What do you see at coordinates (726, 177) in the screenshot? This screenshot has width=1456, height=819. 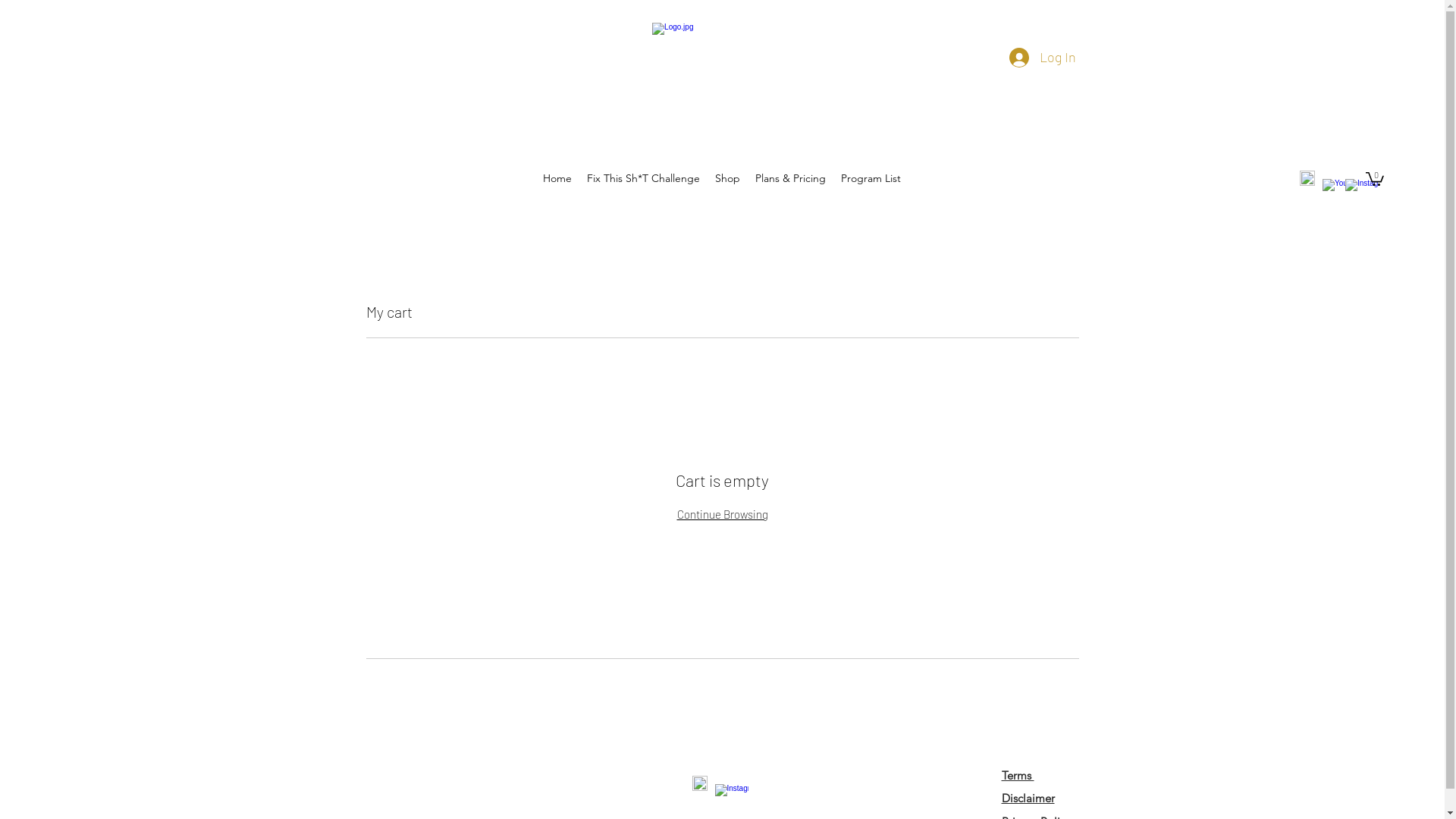 I see `'Shop'` at bounding box center [726, 177].